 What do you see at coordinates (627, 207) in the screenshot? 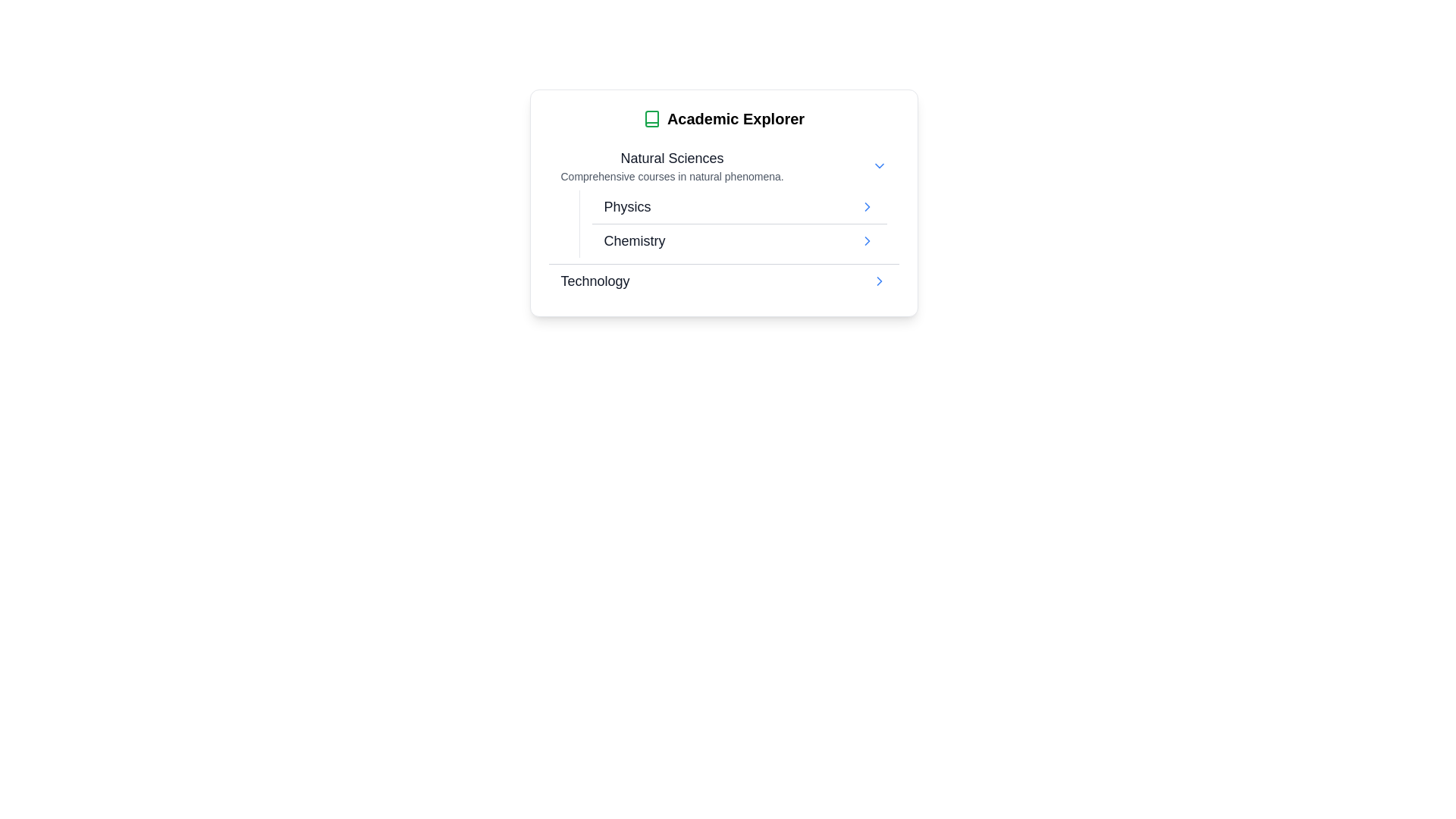
I see `the 'Physics' label, which is the topmost entry in the selectable list under the 'Natural Sciences' category` at bounding box center [627, 207].